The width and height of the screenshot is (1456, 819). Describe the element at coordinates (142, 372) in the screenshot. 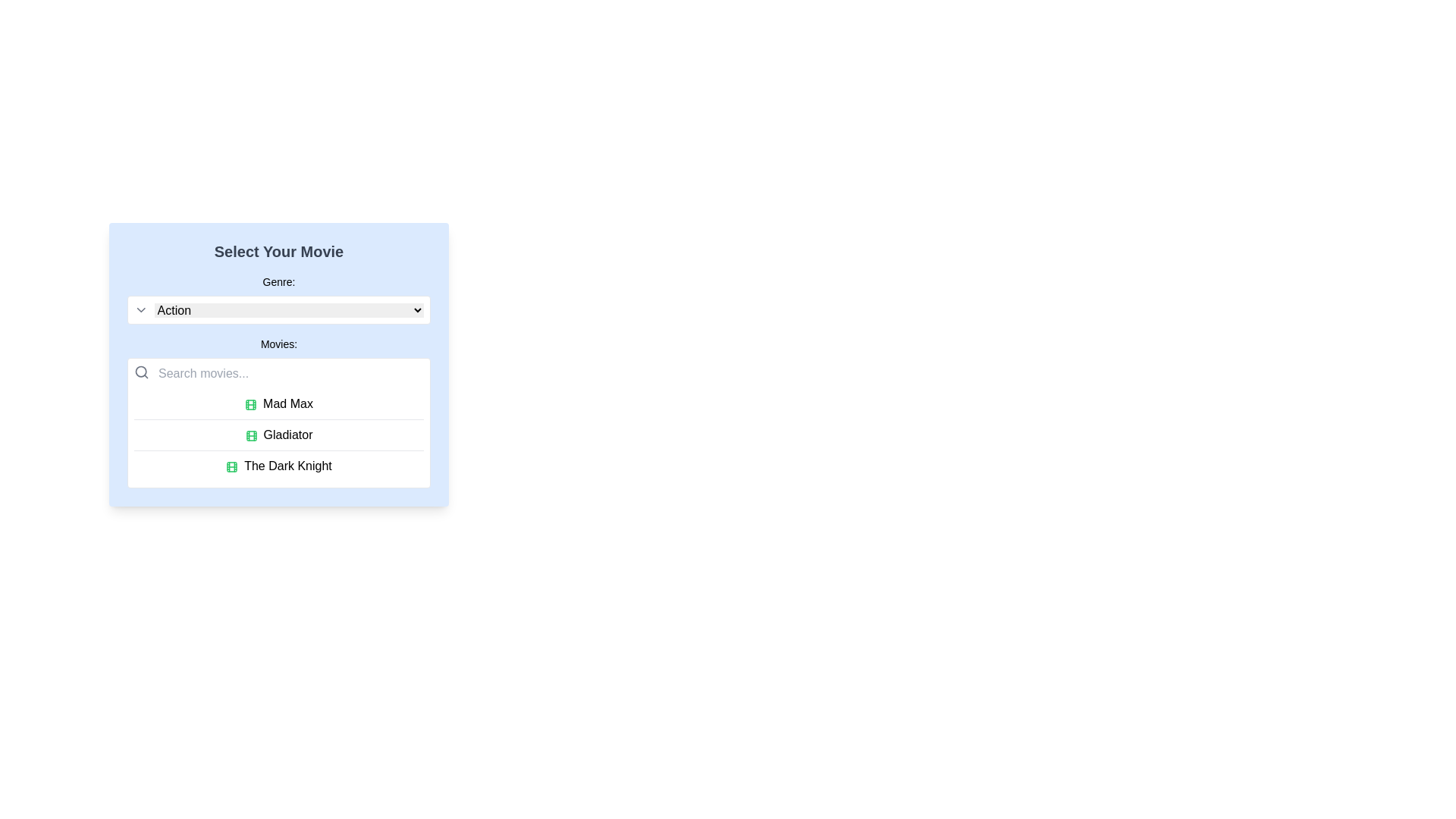

I see `the magnifying glass icon to focus the search box, which is located inside the white input box with the placeholder text 'Search movies...'` at that location.